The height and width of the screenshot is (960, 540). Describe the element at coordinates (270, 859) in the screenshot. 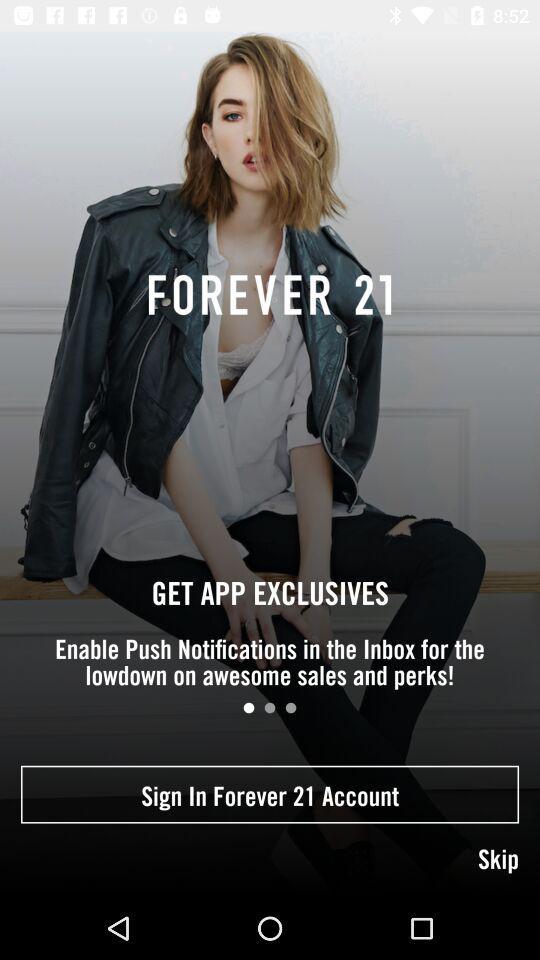

I see `skip icon` at that location.